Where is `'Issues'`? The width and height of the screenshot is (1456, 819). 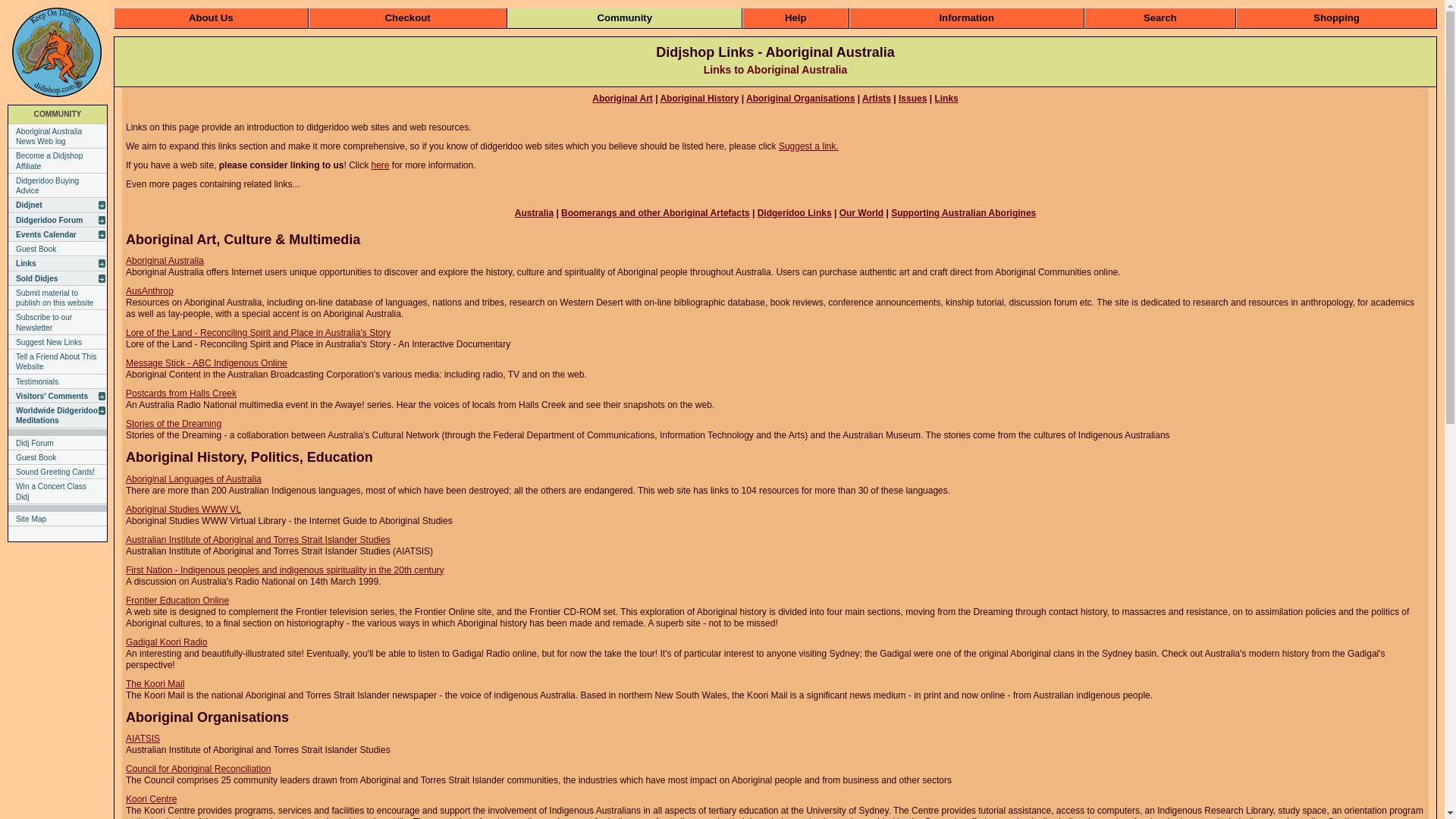
'Issues' is located at coordinates (899, 99).